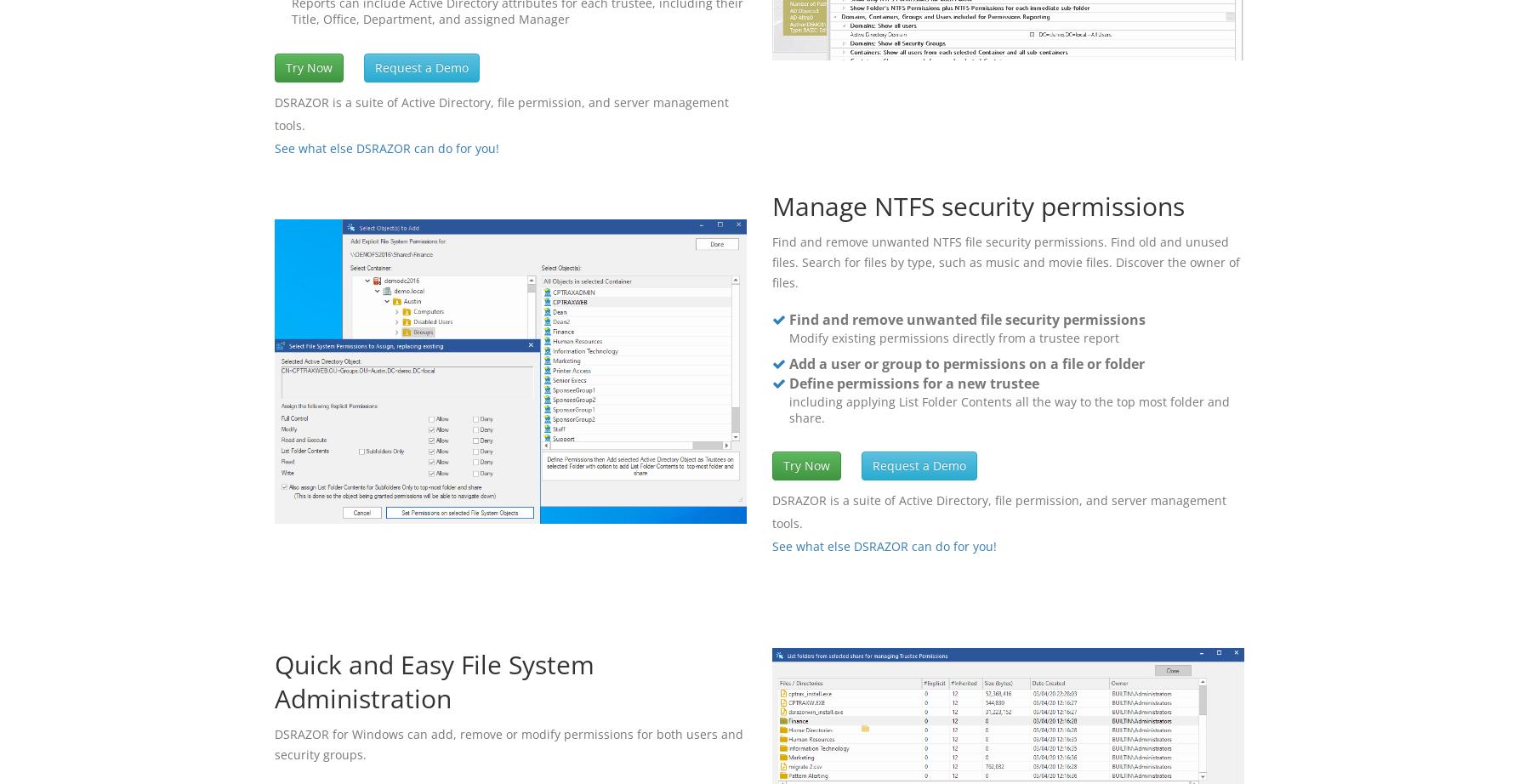 This screenshot has width=1519, height=784. What do you see at coordinates (953, 336) in the screenshot?
I see `'Modify existing permissions directly from a trustee report'` at bounding box center [953, 336].